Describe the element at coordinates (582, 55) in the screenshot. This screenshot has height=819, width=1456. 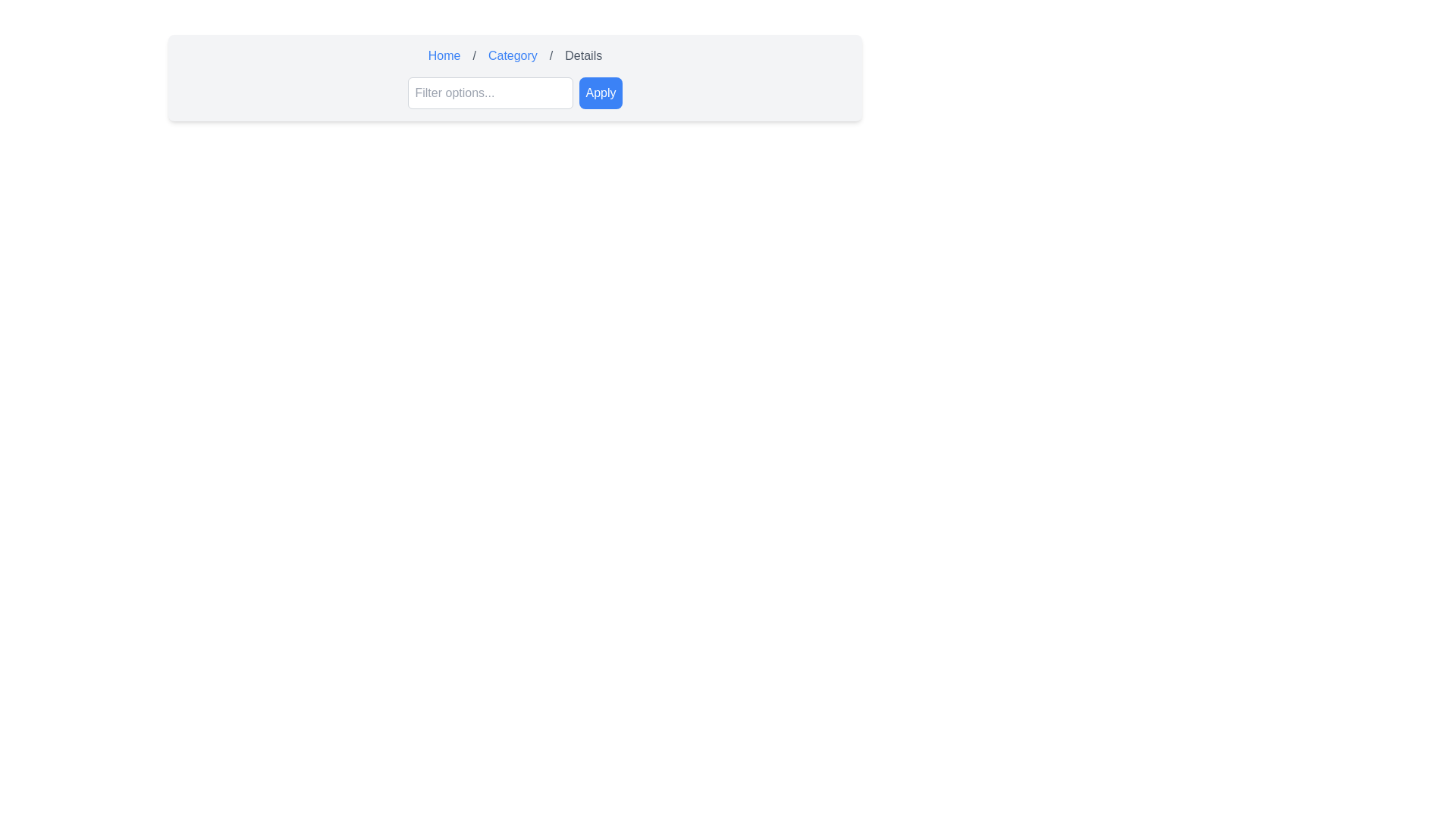
I see `the static text label 'Details' in the breadcrumb navigation bar, which is styled with gray text (text-gray-600) and positioned as the last item in the navigation sequence` at that location.